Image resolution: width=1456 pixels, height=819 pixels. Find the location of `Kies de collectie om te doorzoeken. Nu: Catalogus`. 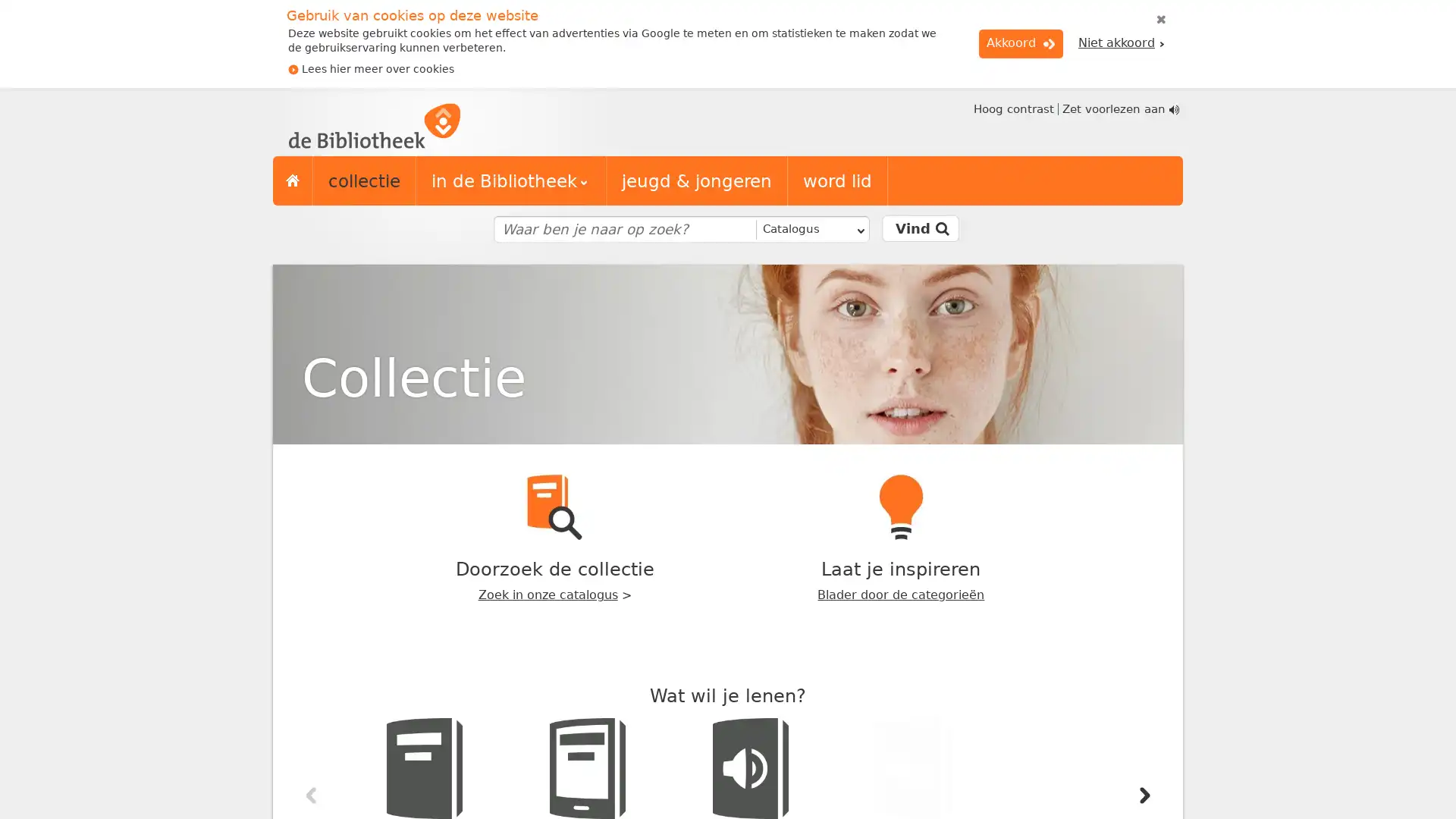

Kies de collectie om te doorzoeken. Nu: Catalogus is located at coordinates (810, 229).